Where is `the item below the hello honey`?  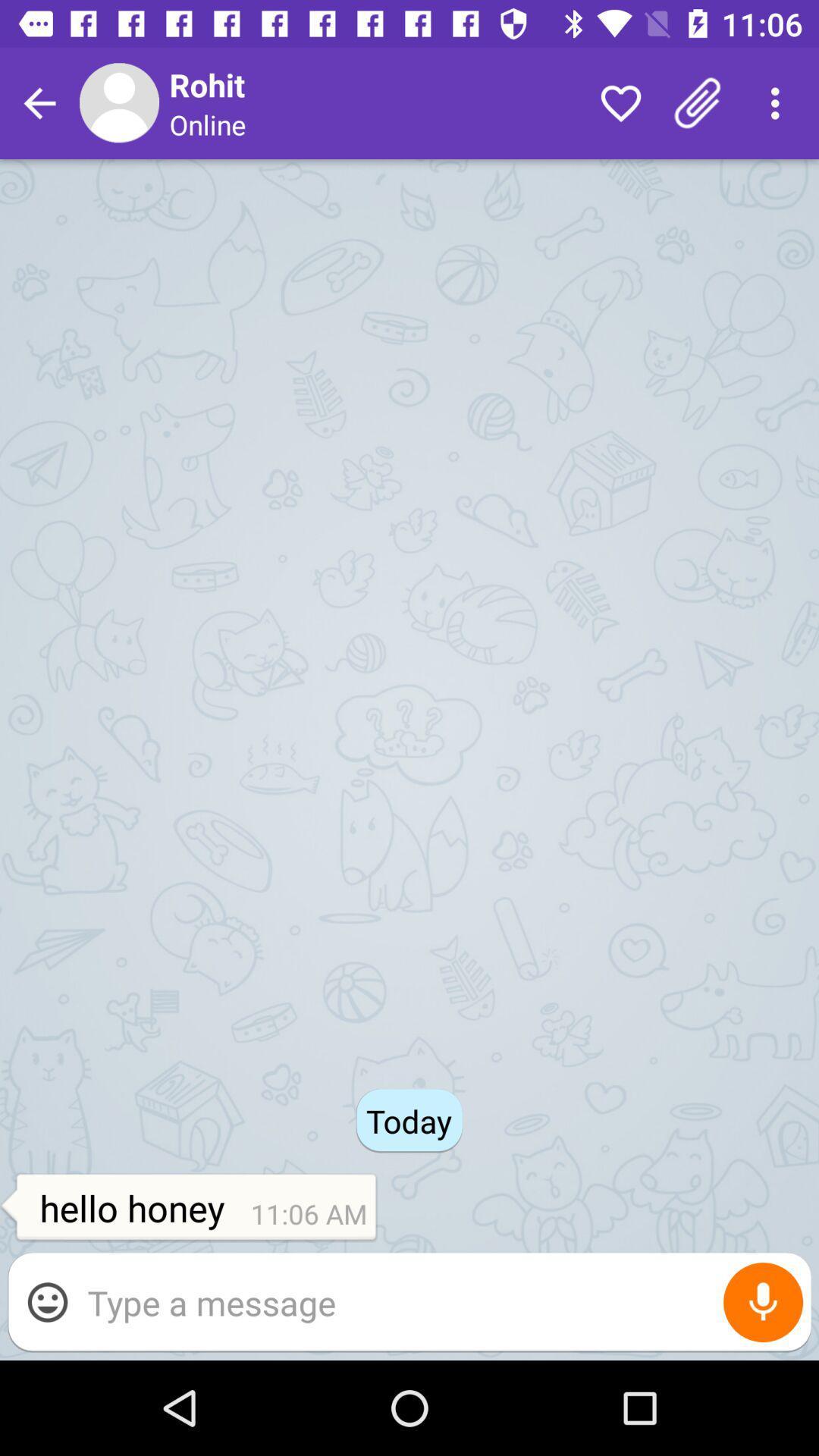
the item below the hello honey is located at coordinates (46, 1301).